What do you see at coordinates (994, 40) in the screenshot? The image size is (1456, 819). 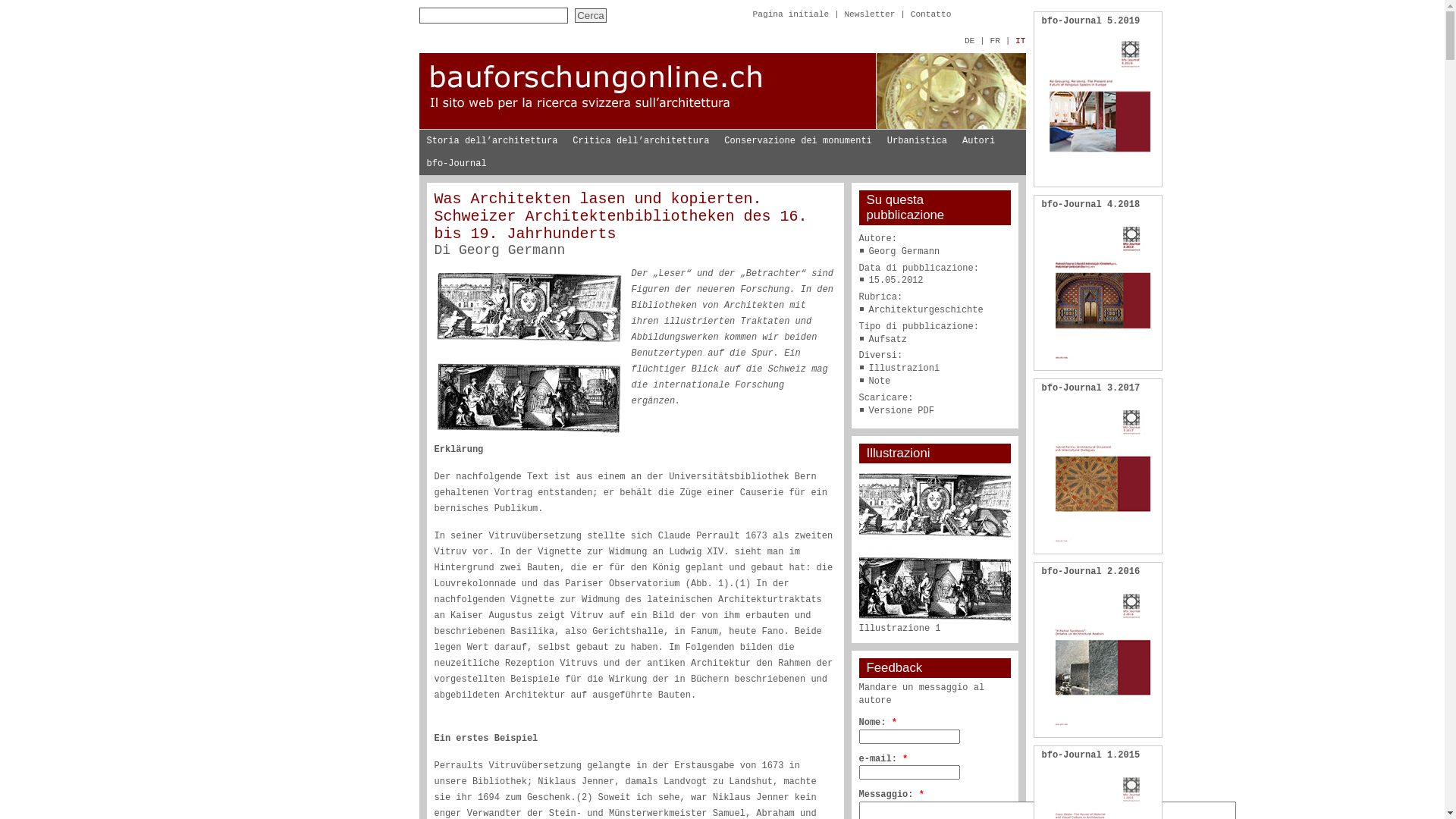 I see `'FR'` at bounding box center [994, 40].